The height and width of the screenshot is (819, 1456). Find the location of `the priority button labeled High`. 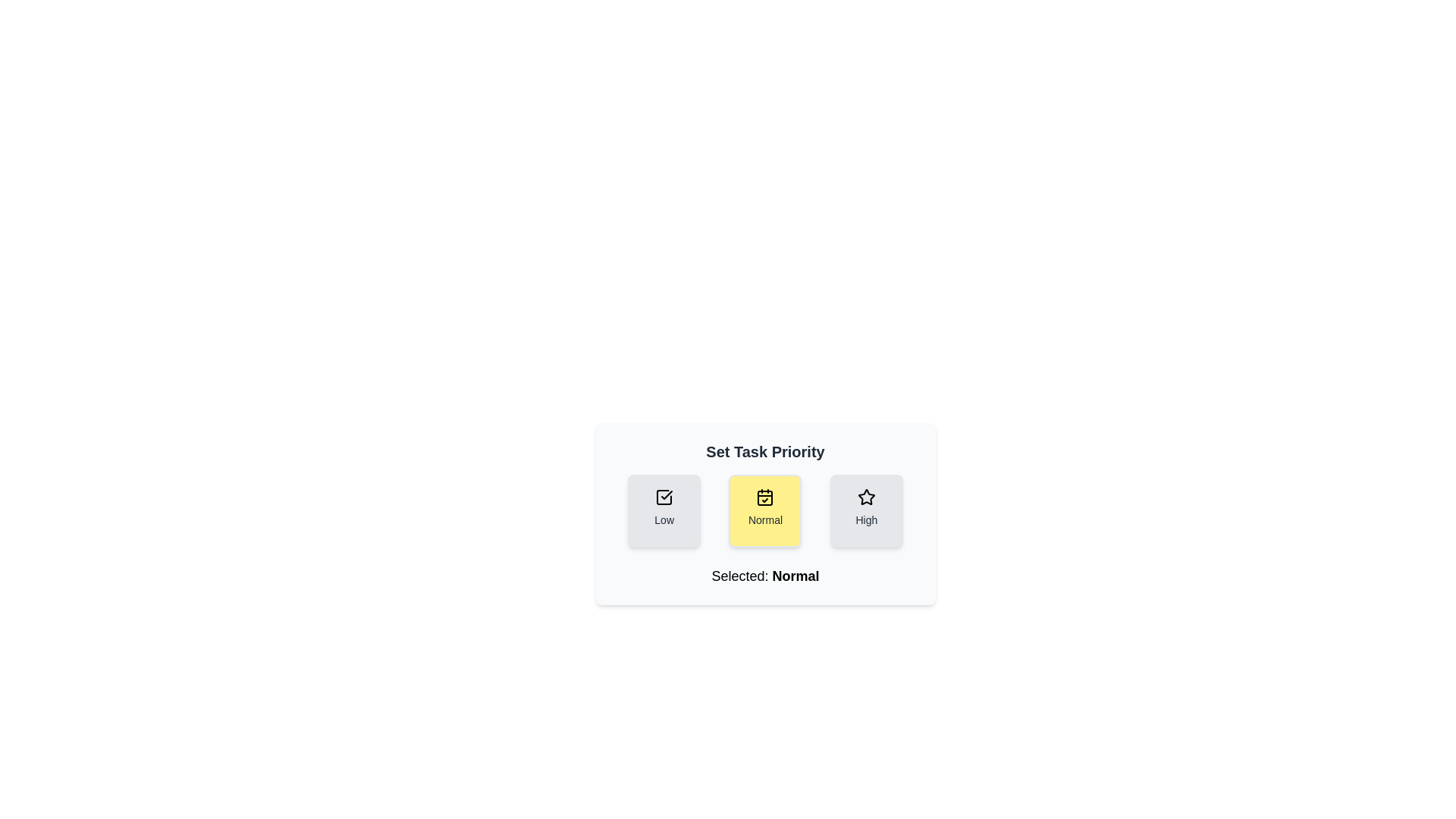

the priority button labeled High is located at coordinates (866, 511).